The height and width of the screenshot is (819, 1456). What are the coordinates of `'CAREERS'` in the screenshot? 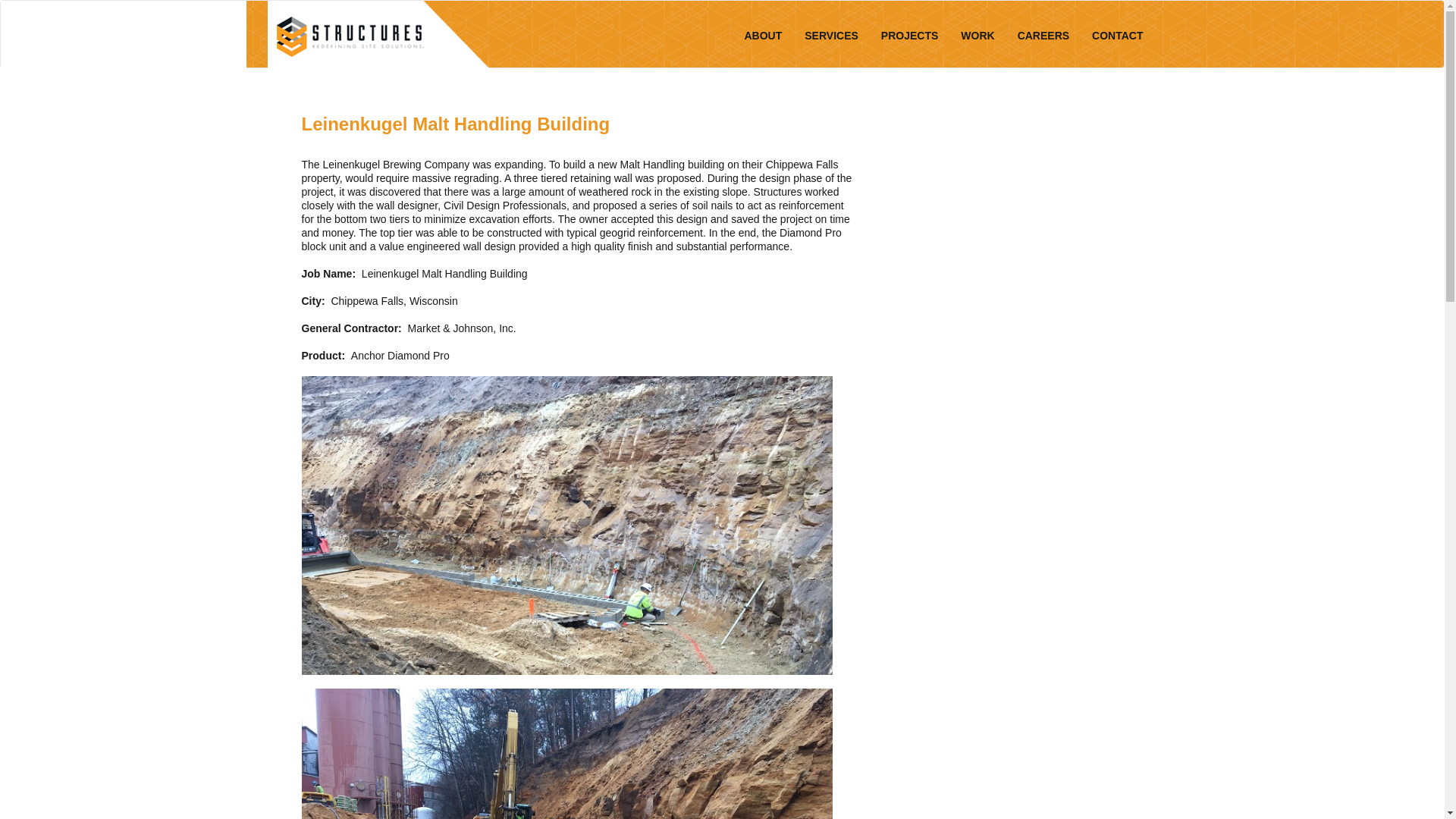 It's located at (1043, 34).